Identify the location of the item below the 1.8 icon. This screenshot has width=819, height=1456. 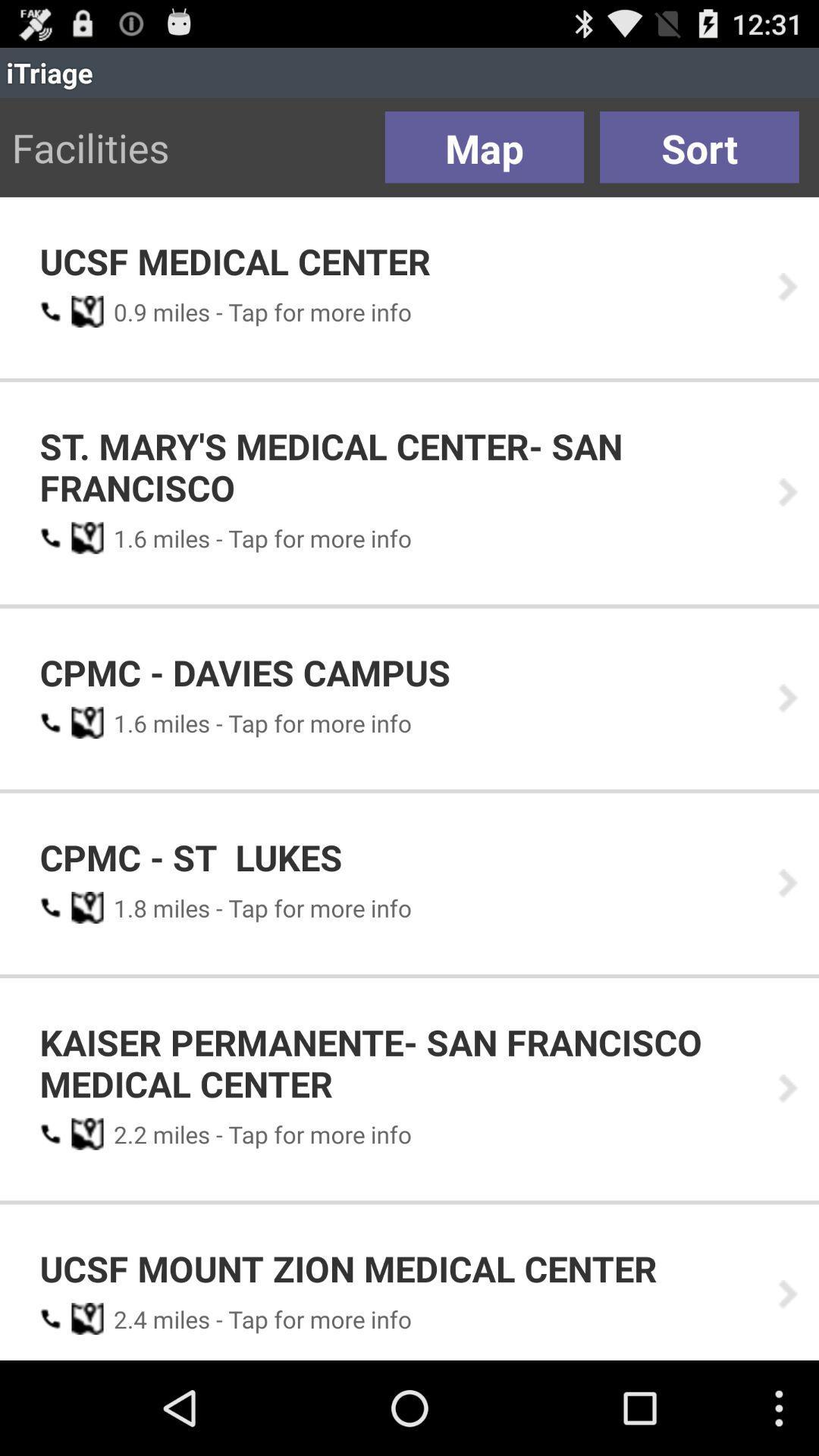
(397, 1062).